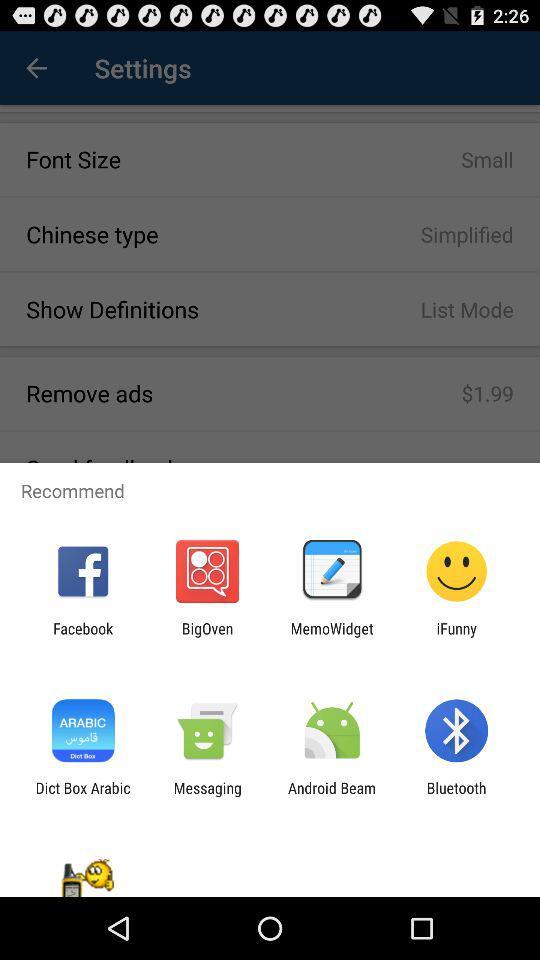 This screenshot has width=540, height=960. I want to click on the ifunny item, so click(456, 636).